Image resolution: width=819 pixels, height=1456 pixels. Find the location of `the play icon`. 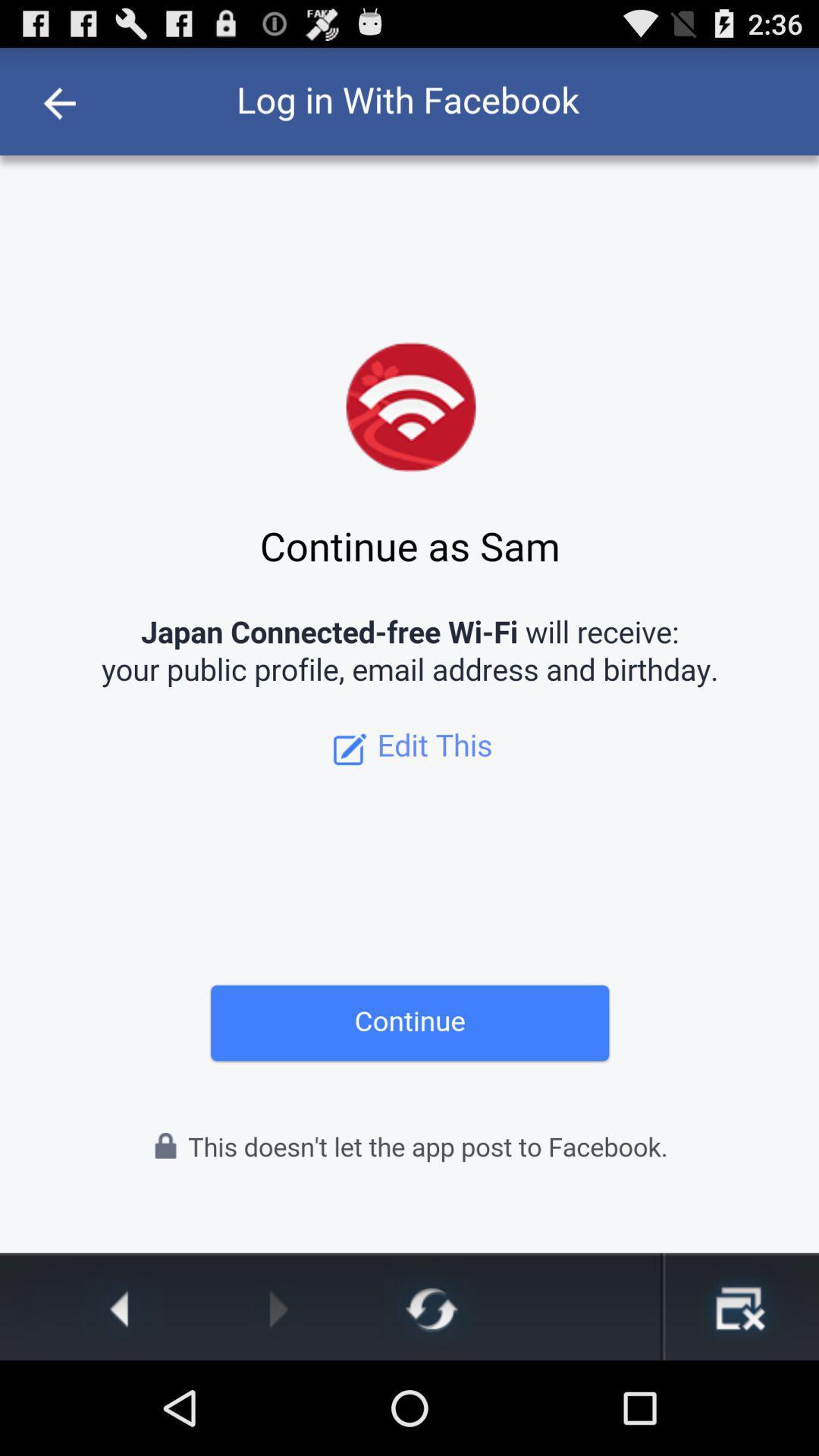

the play icon is located at coordinates (278, 1400).